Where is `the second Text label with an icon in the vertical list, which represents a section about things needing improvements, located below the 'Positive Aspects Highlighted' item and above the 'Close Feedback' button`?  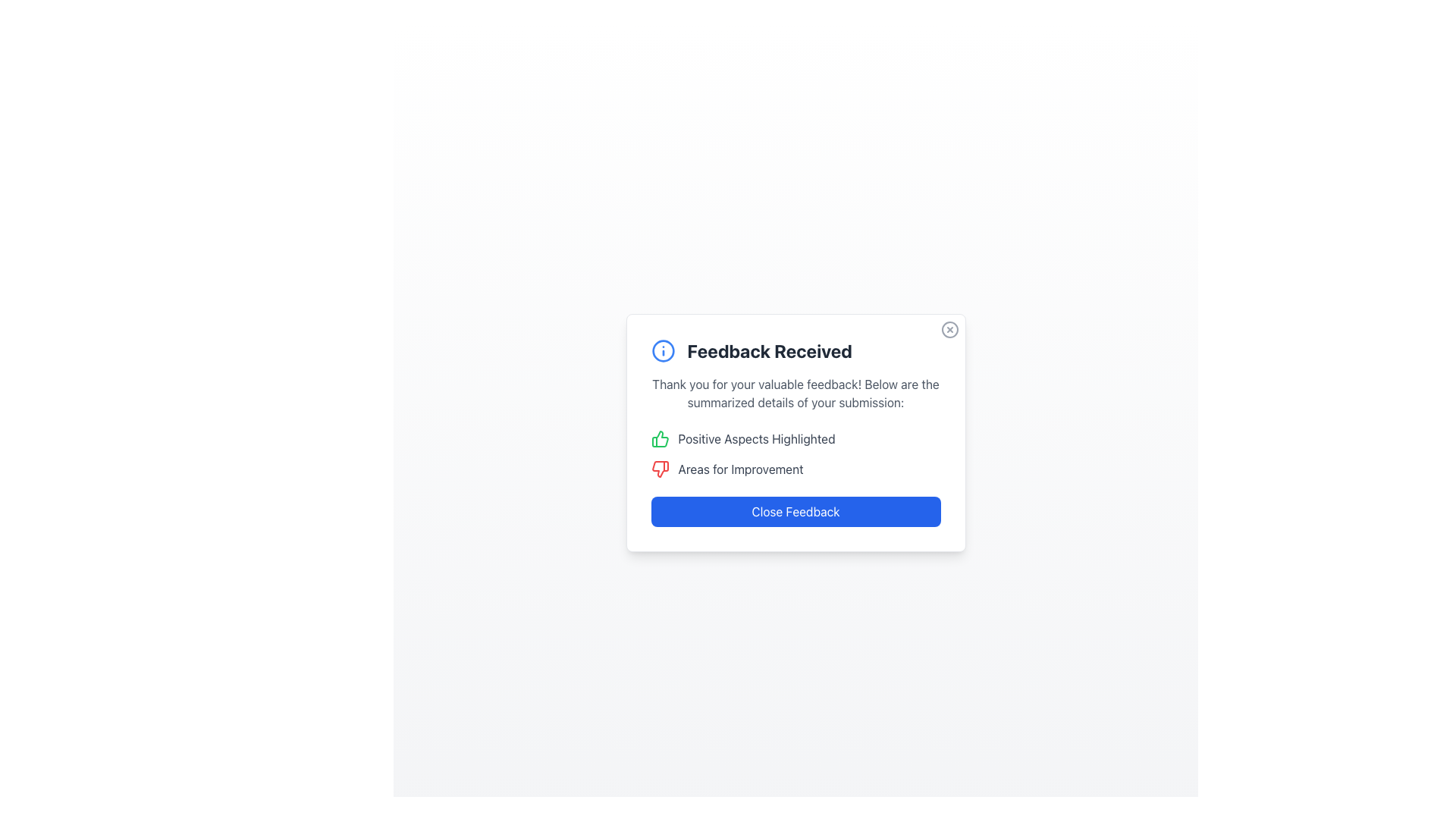 the second Text label with an icon in the vertical list, which represents a section about things needing improvements, located below the 'Positive Aspects Highlighted' item and above the 'Close Feedback' button is located at coordinates (795, 468).